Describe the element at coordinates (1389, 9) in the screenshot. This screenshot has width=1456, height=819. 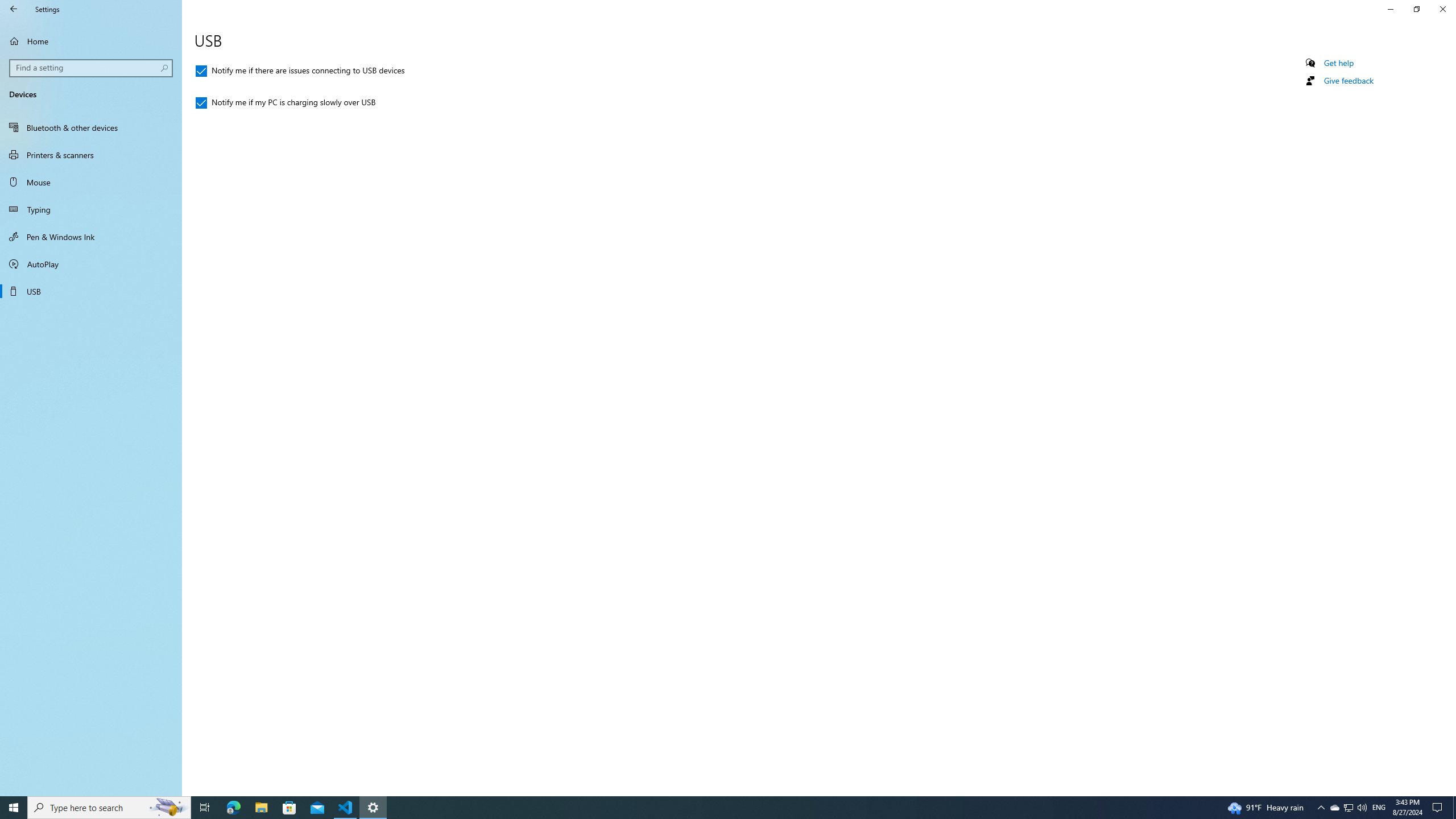
I see `'Minimize Settings'` at that location.